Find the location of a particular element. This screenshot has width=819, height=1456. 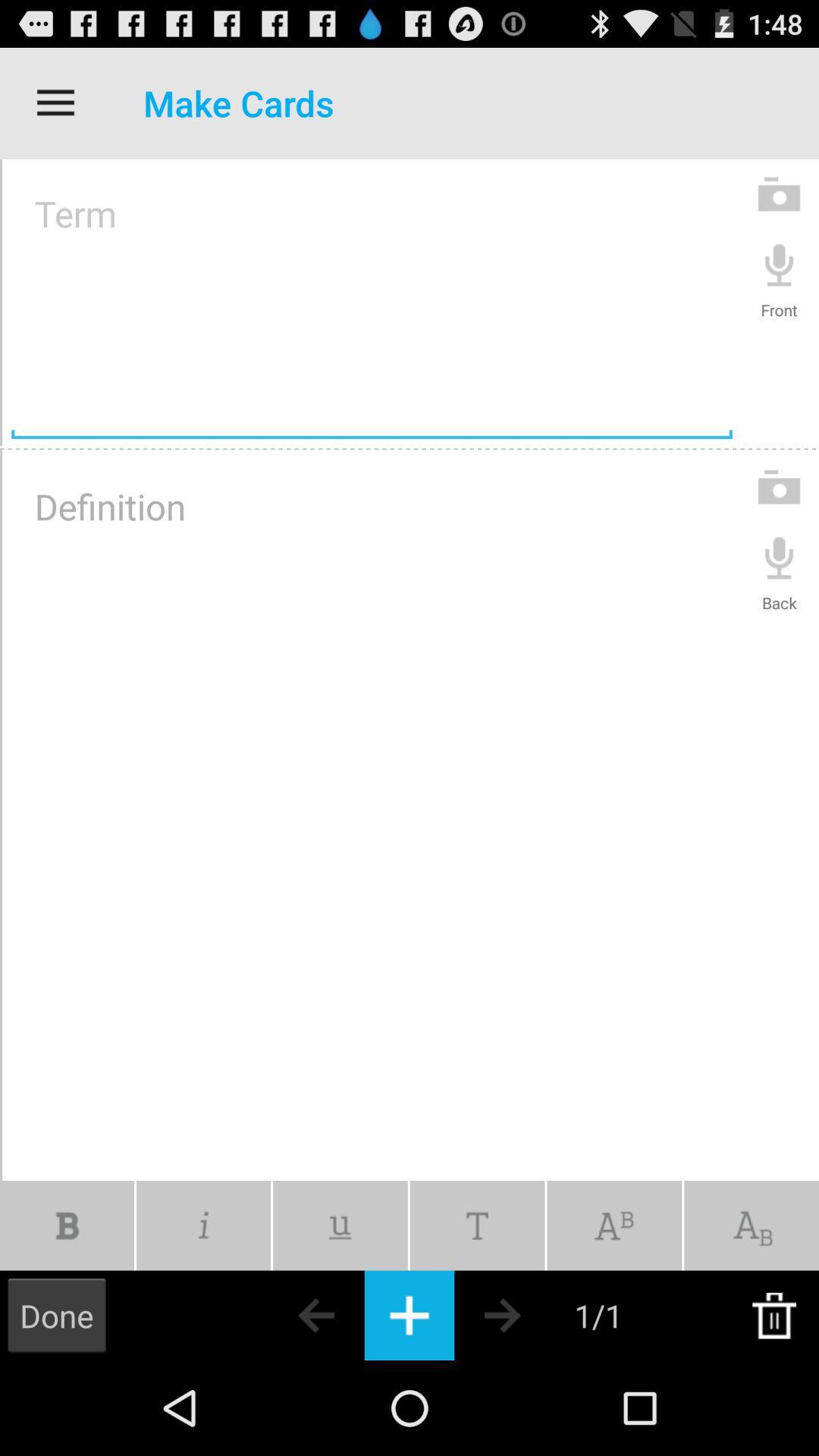

the item to the left of the 1/1 item is located at coordinates (529, 1314).